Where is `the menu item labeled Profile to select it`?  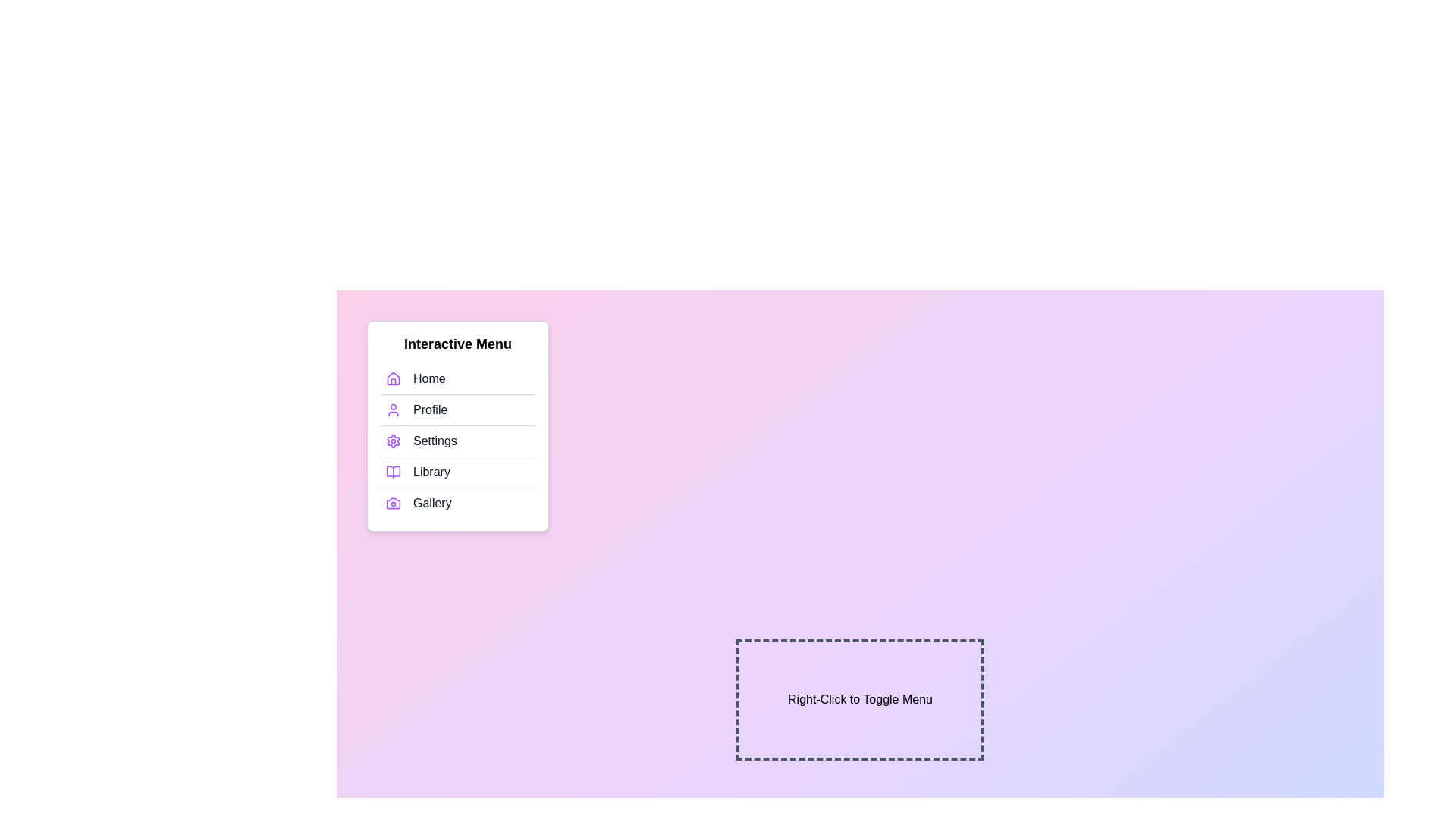 the menu item labeled Profile to select it is located at coordinates (457, 409).